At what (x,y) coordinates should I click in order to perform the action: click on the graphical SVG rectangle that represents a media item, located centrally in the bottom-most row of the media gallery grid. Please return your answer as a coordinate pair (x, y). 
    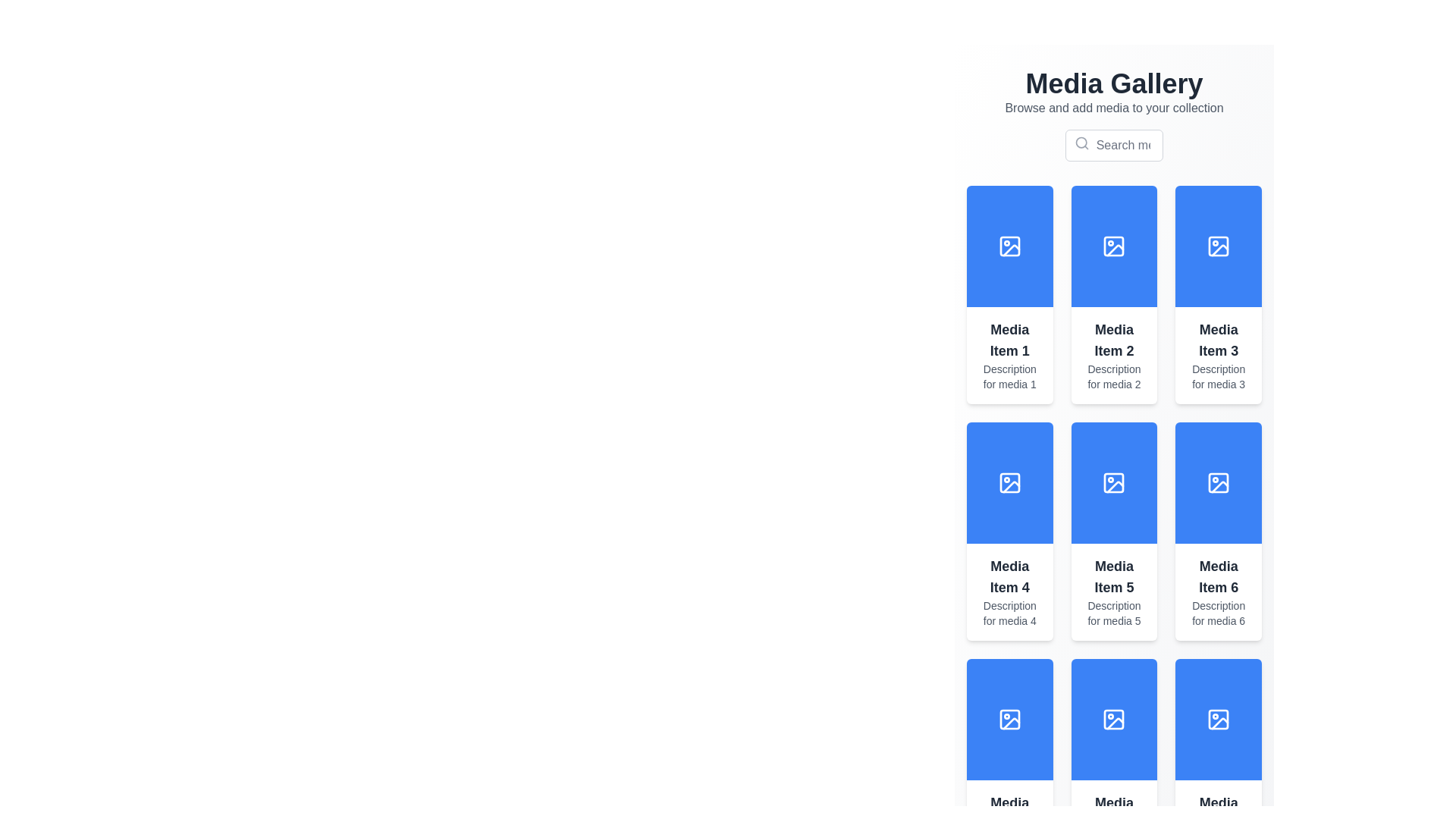
    Looking at the image, I should click on (1009, 718).